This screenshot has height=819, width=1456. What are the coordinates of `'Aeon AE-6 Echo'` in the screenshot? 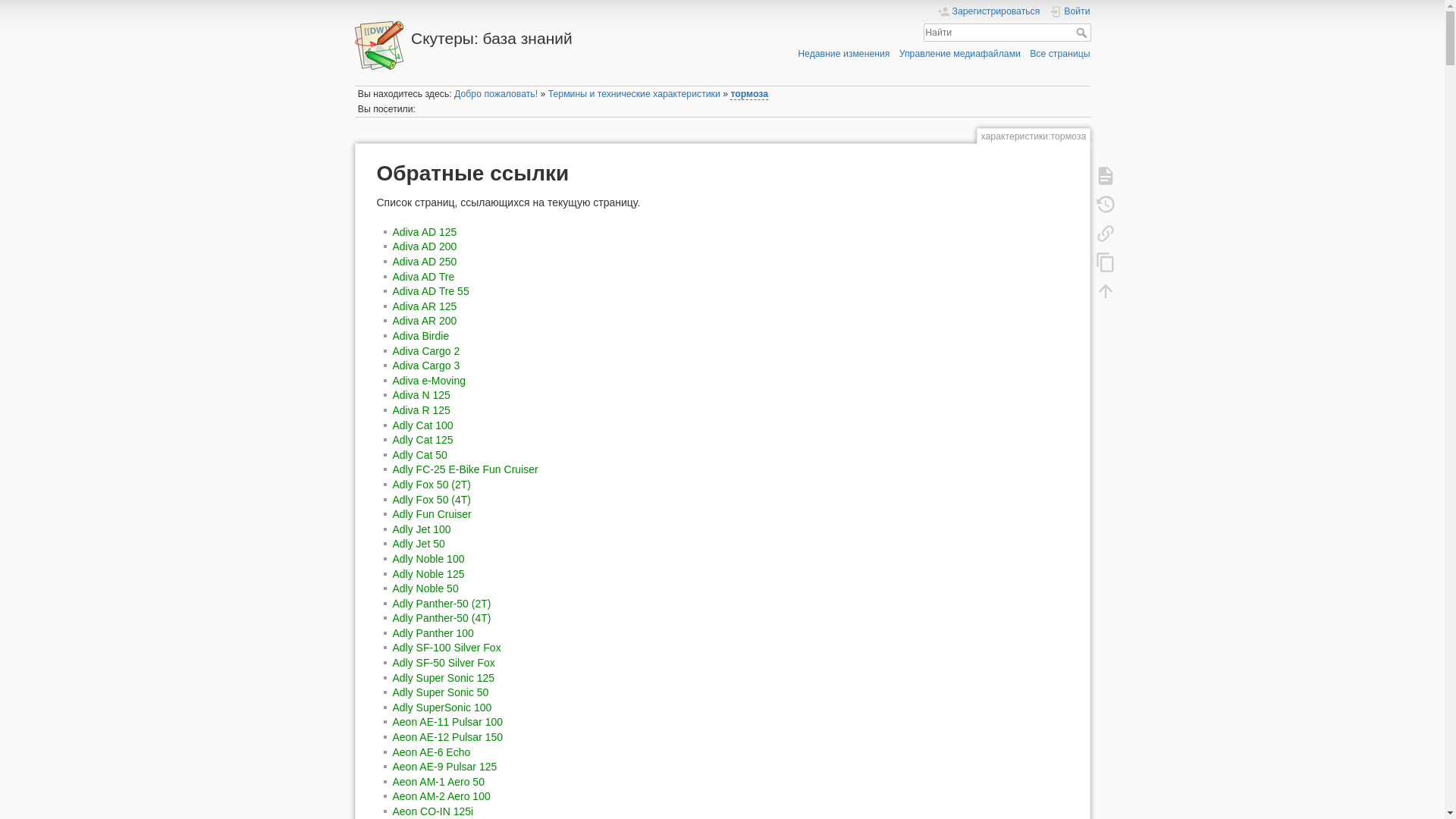 It's located at (431, 752).